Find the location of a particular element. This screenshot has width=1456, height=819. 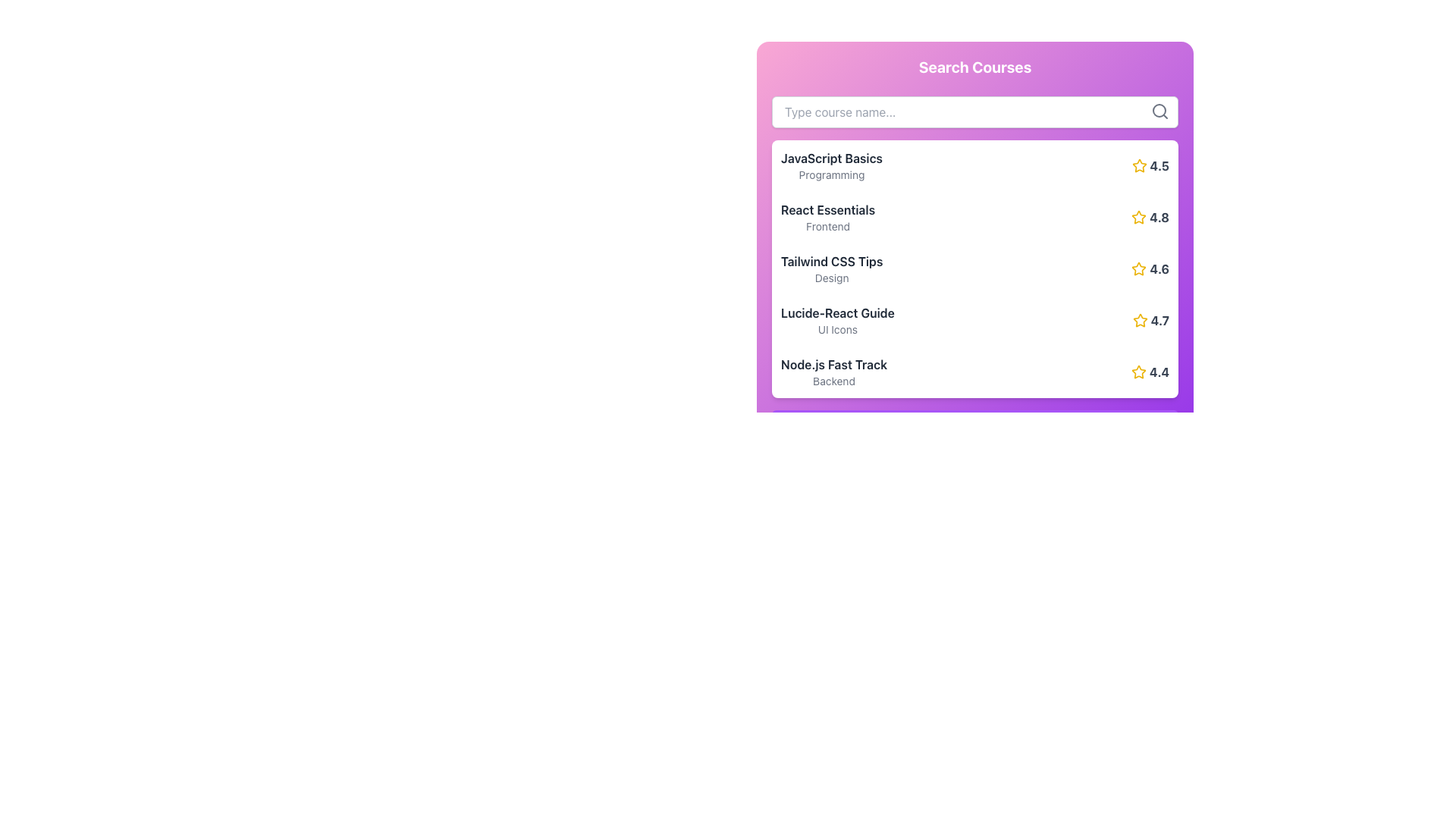

the third star icon representing a rating of '4.6' in the 'Search Courses' panel is located at coordinates (1139, 268).